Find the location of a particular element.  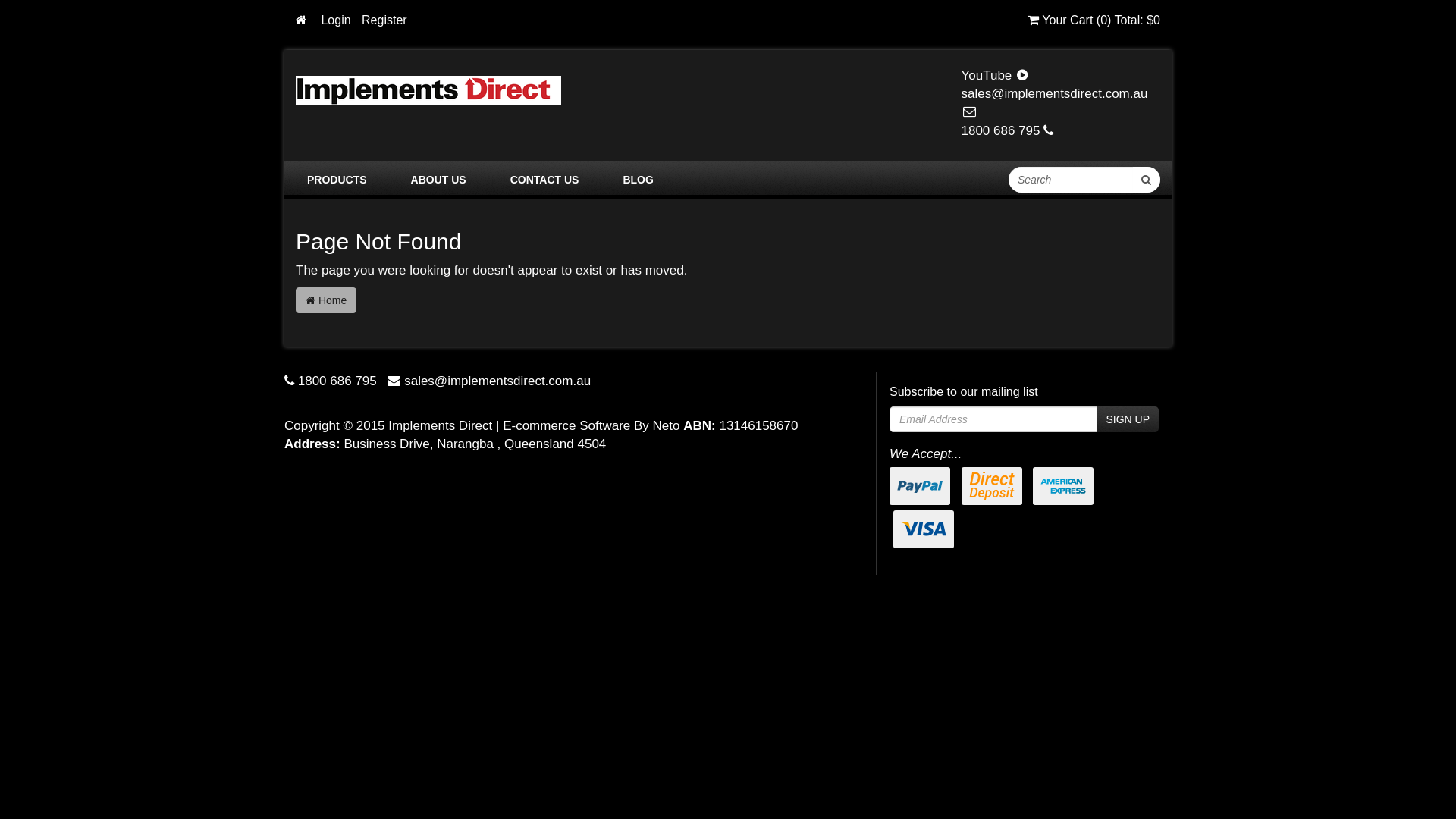

' ' is located at coordinates (303, 20).